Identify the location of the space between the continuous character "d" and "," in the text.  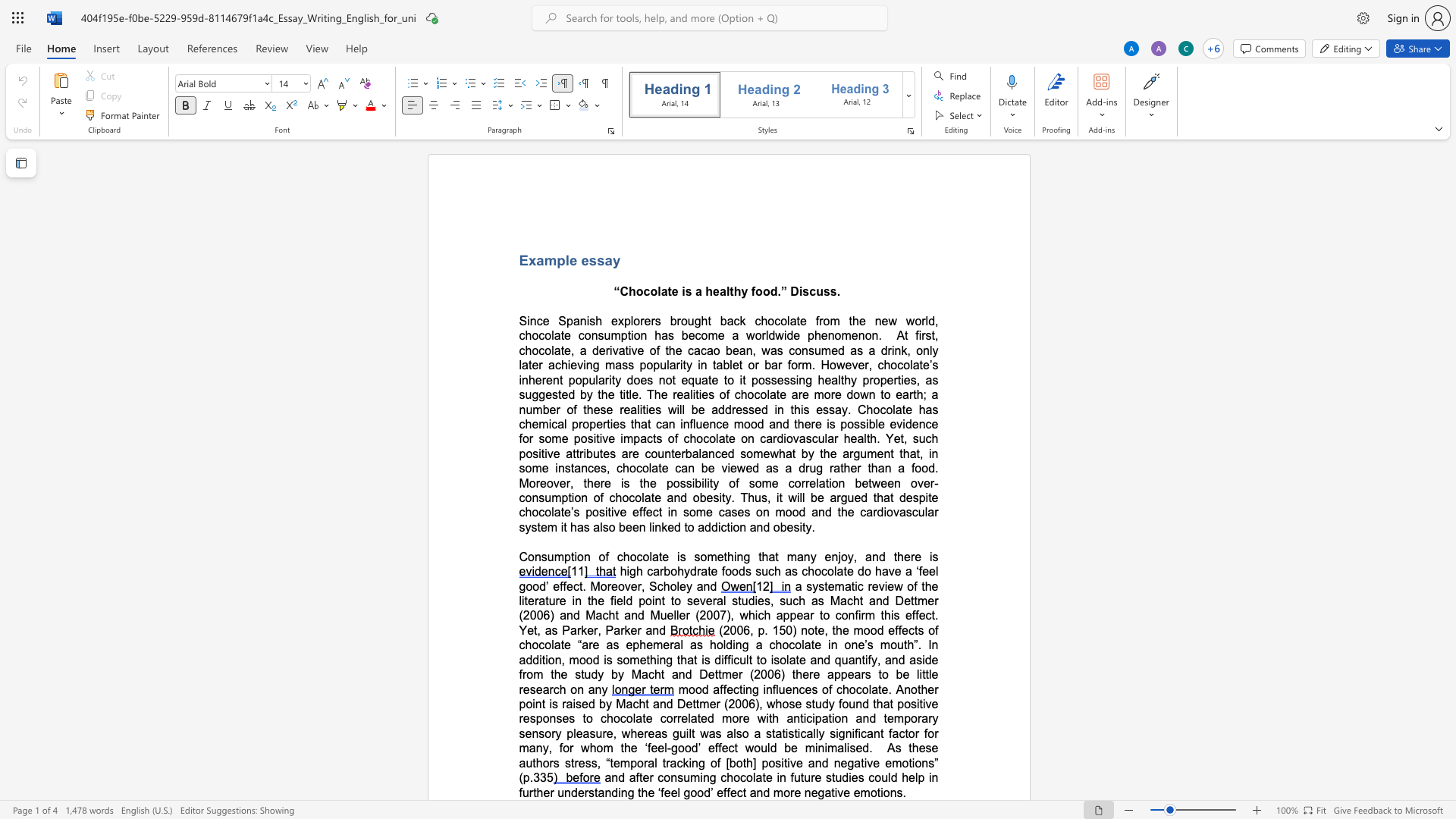
(933, 320).